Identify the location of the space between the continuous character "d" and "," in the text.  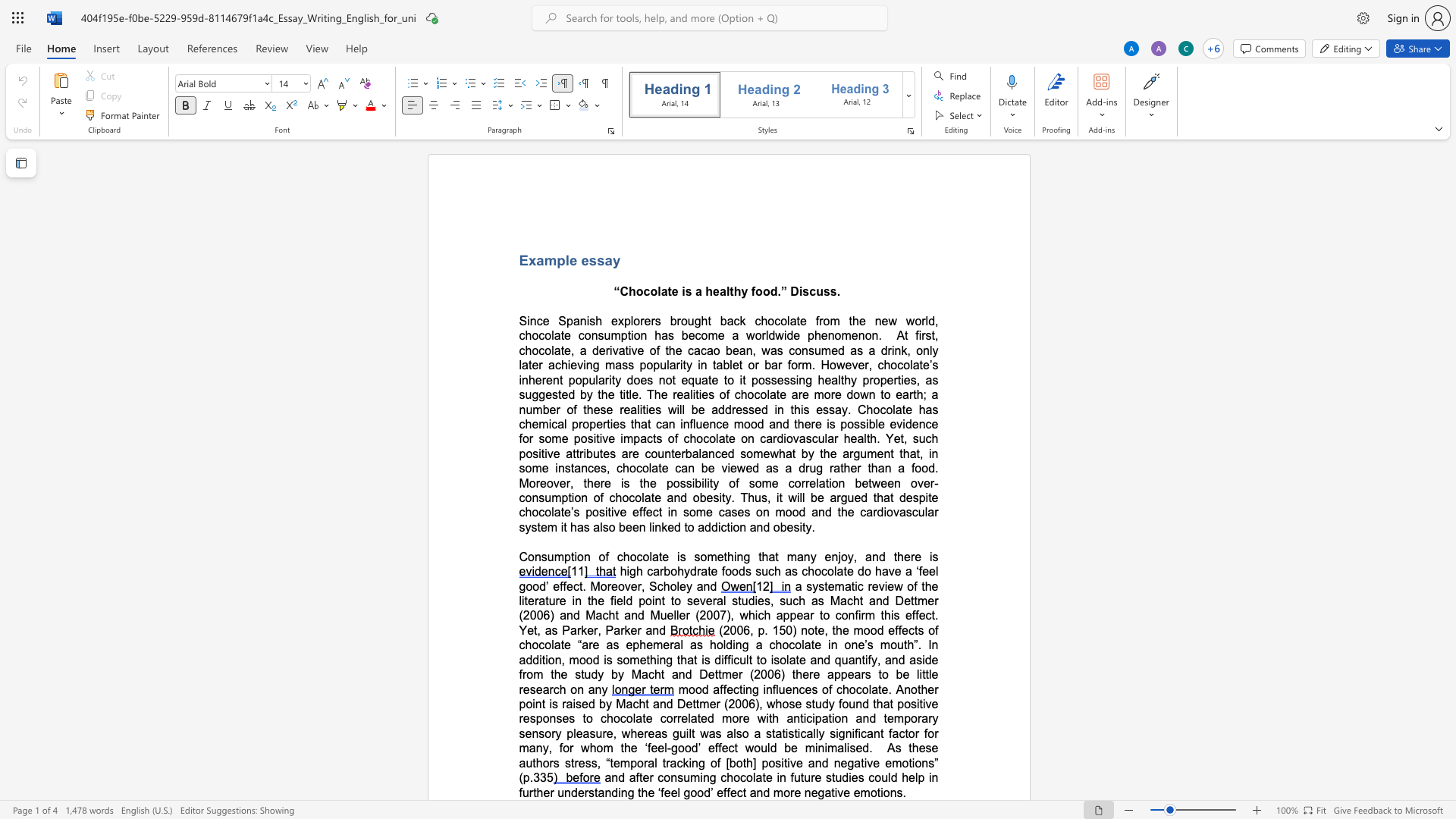
(933, 320).